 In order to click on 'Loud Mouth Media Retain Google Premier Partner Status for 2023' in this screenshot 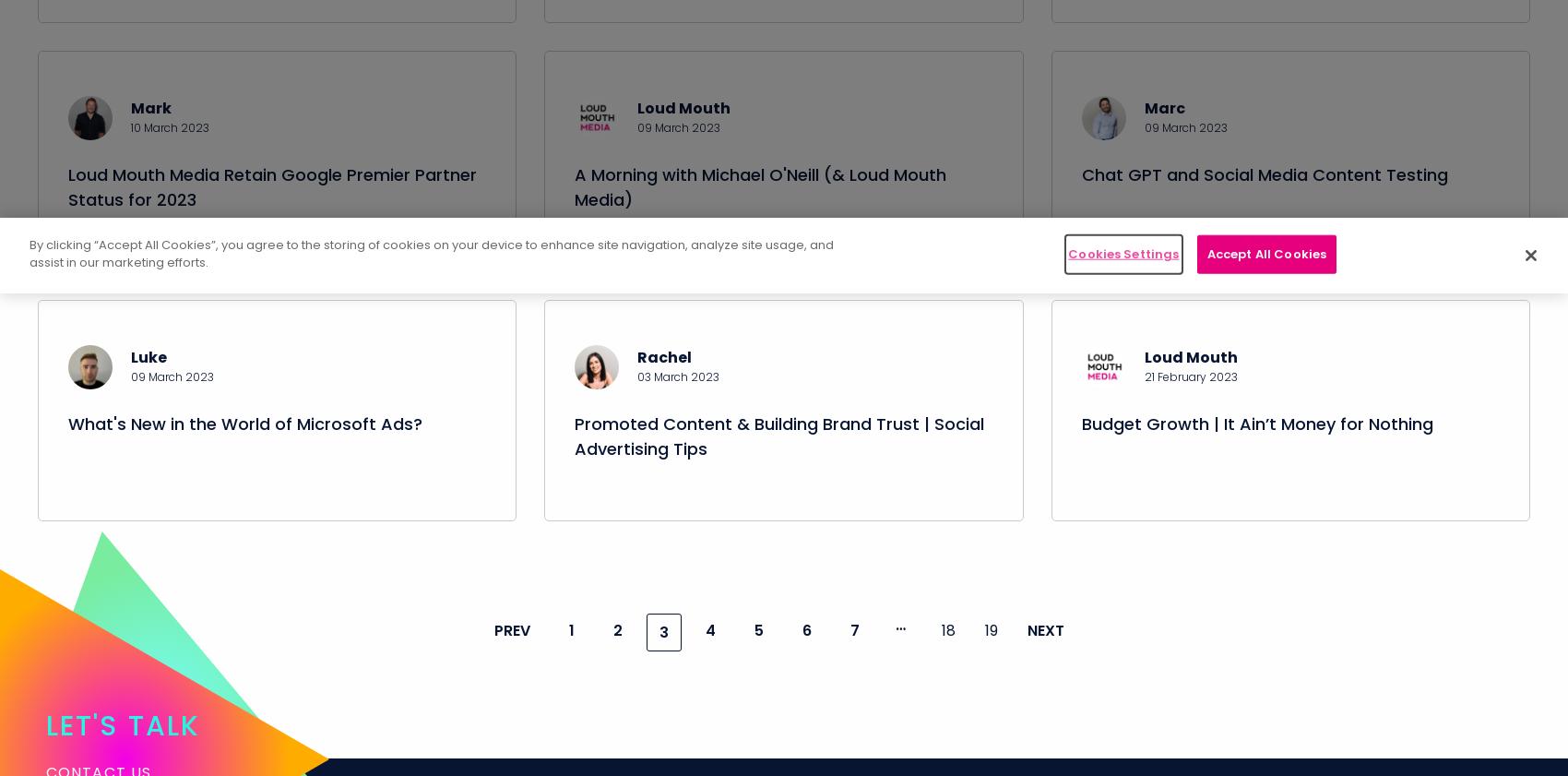, I will do `click(272, 207)`.